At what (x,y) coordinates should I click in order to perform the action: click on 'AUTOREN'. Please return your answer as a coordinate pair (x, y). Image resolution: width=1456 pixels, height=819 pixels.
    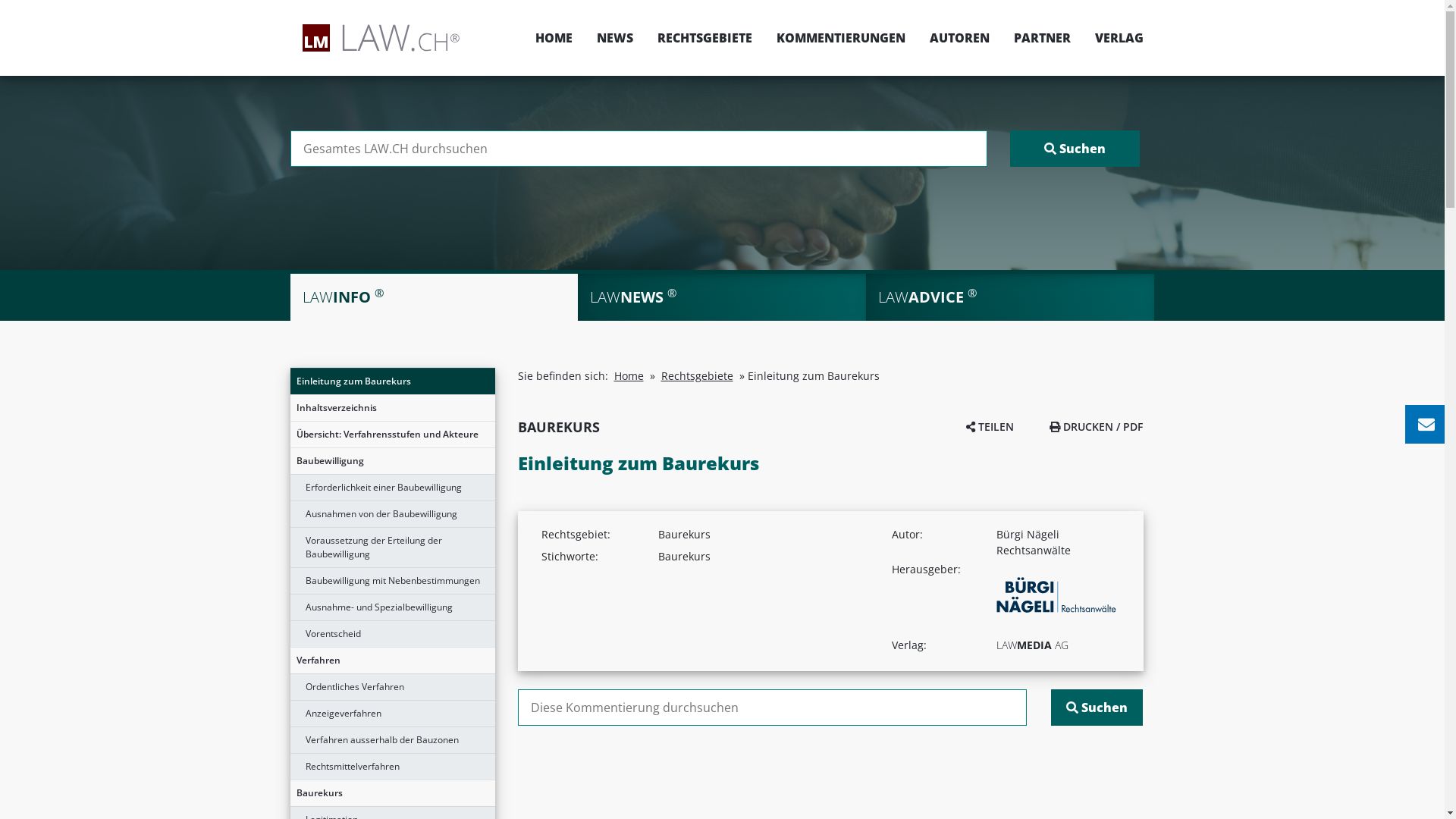
    Looking at the image, I should click on (959, 37).